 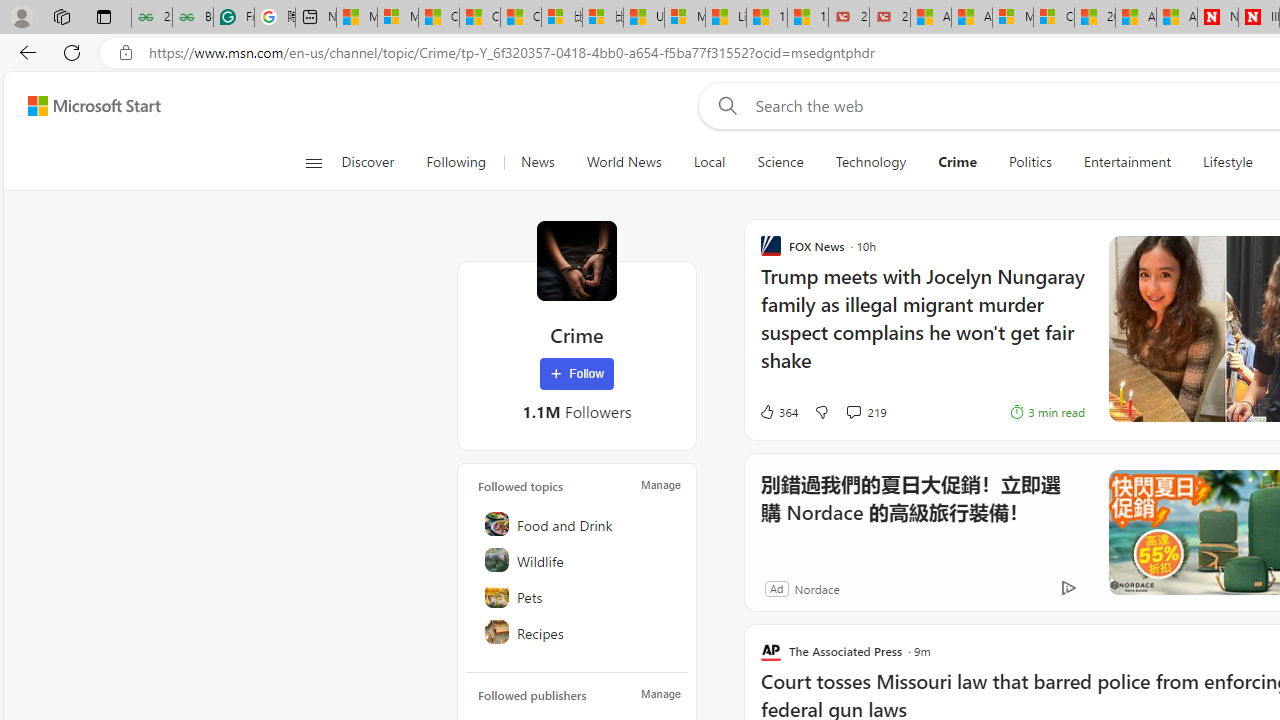 I want to click on 'USA TODAY - MSN', so click(x=643, y=17).